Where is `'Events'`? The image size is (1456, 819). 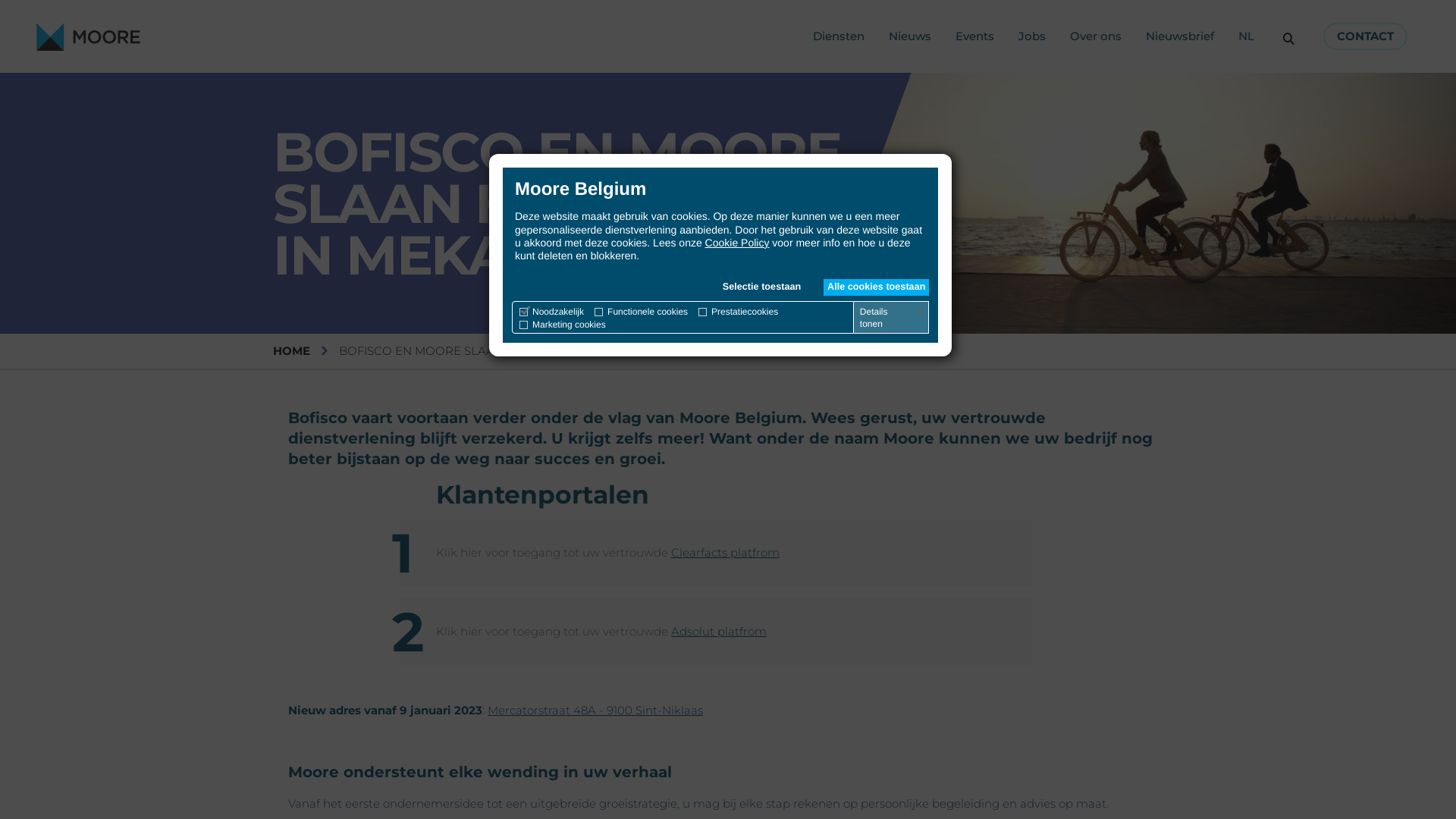 'Events' is located at coordinates (974, 35).